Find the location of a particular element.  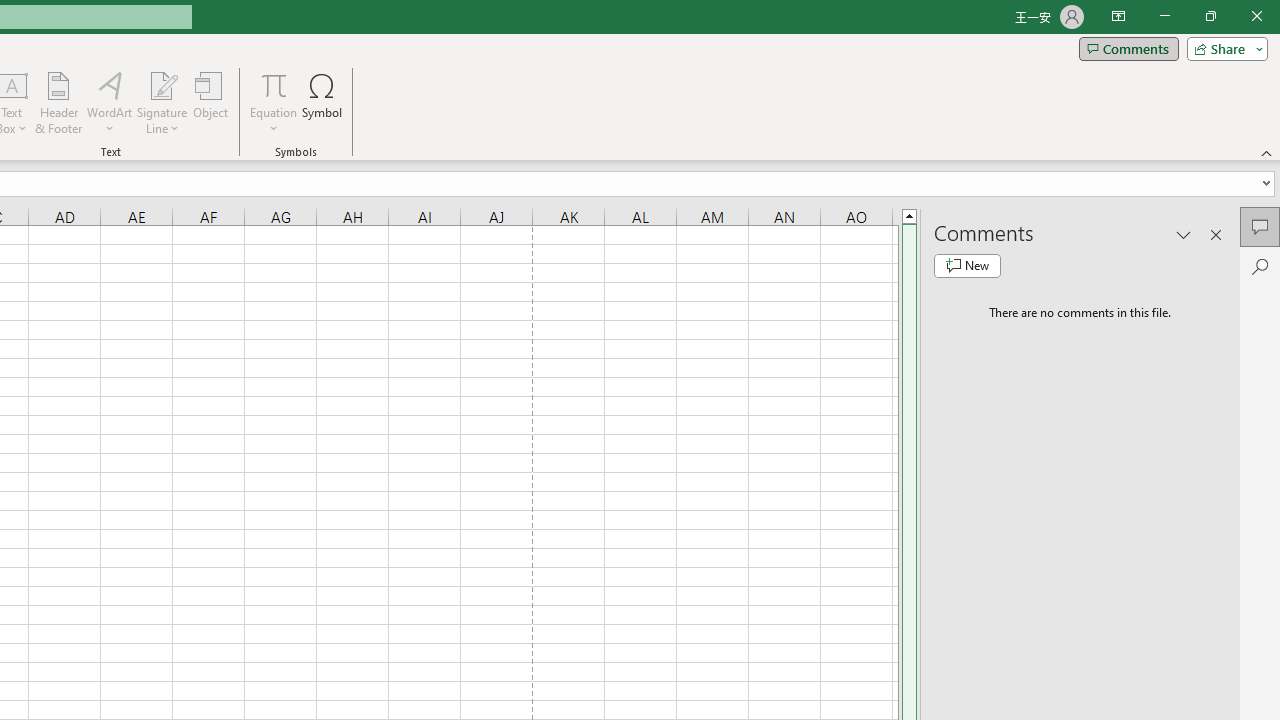

'Header & Footer...' is located at coordinates (58, 103).